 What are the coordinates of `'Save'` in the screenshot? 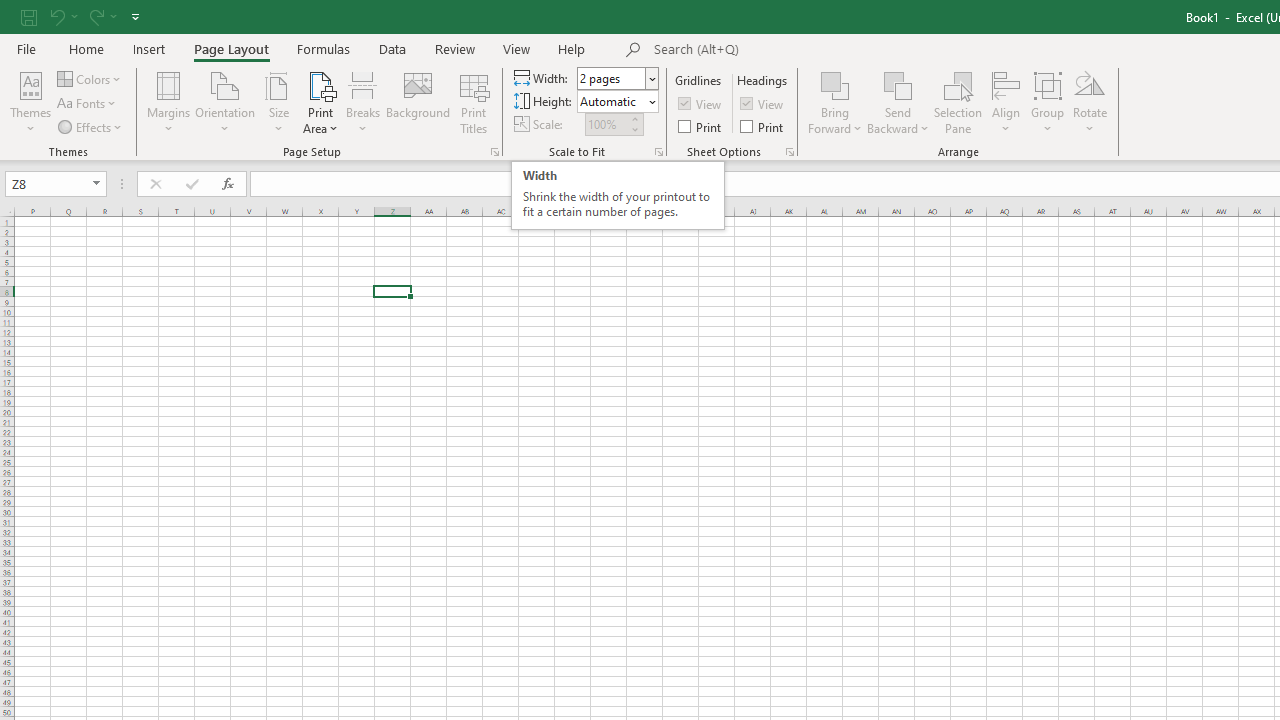 It's located at (29, 16).